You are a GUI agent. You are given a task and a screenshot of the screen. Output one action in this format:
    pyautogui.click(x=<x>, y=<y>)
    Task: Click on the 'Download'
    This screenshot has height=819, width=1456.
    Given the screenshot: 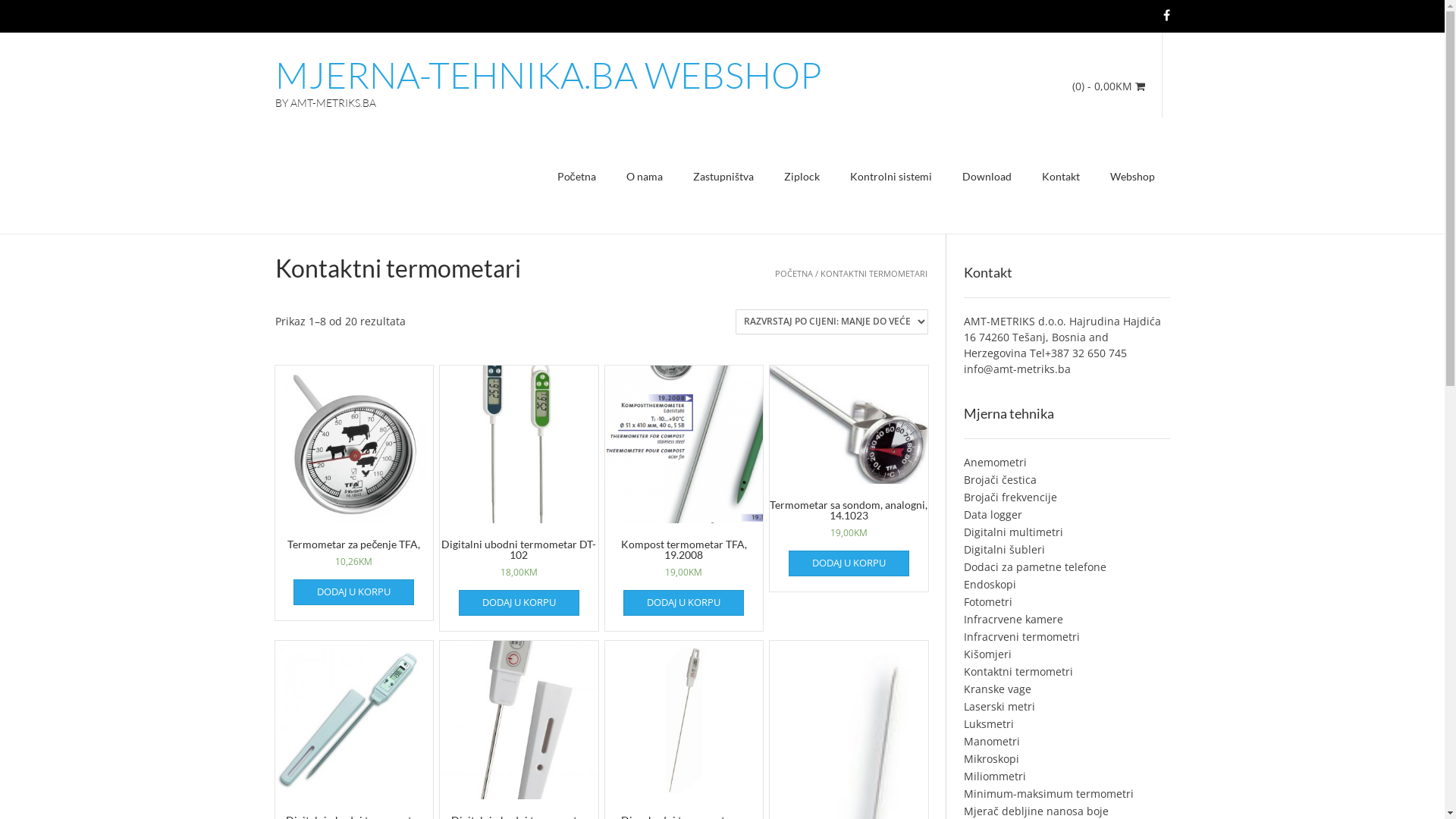 What is the action you would take?
    pyautogui.click(x=986, y=177)
    